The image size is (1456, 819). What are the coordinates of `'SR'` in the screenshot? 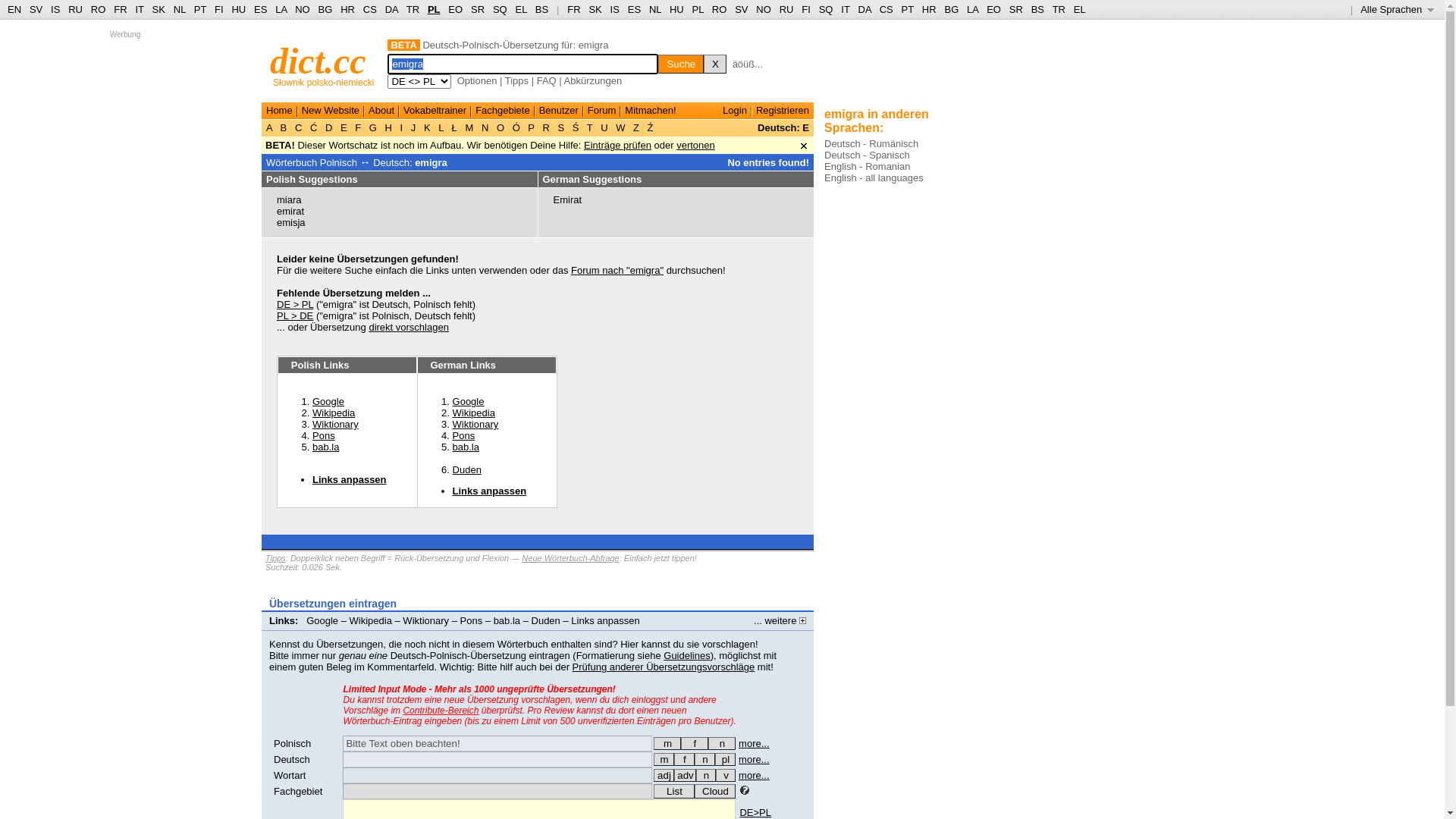 It's located at (476, 9).